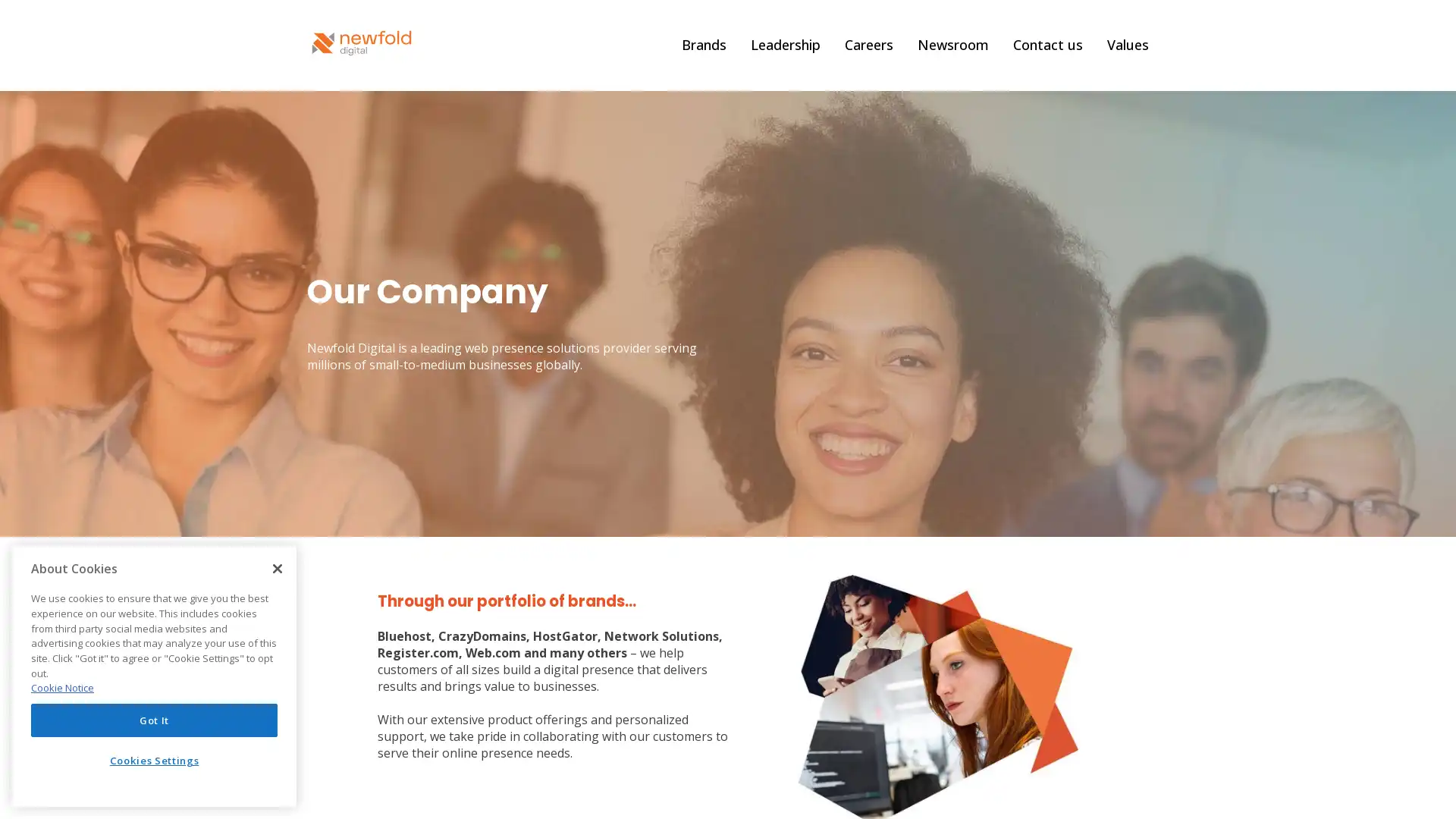 Image resolution: width=1456 pixels, height=819 pixels. Describe the element at coordinates (154, 760) in the screenshot. I see `Cookies Settings` at that location.